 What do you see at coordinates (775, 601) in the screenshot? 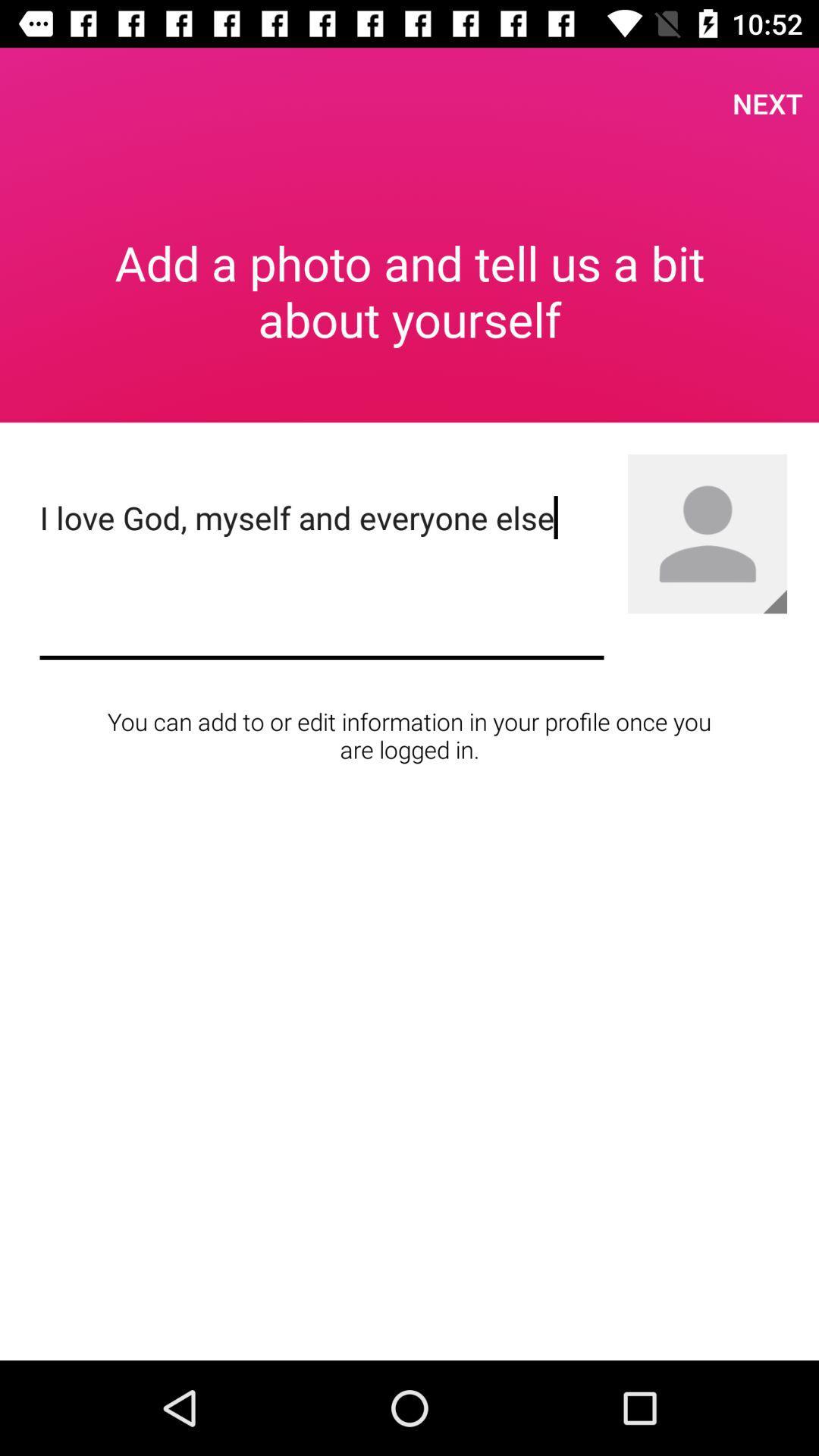
I see `a photo` at bounding box center [775, 601].